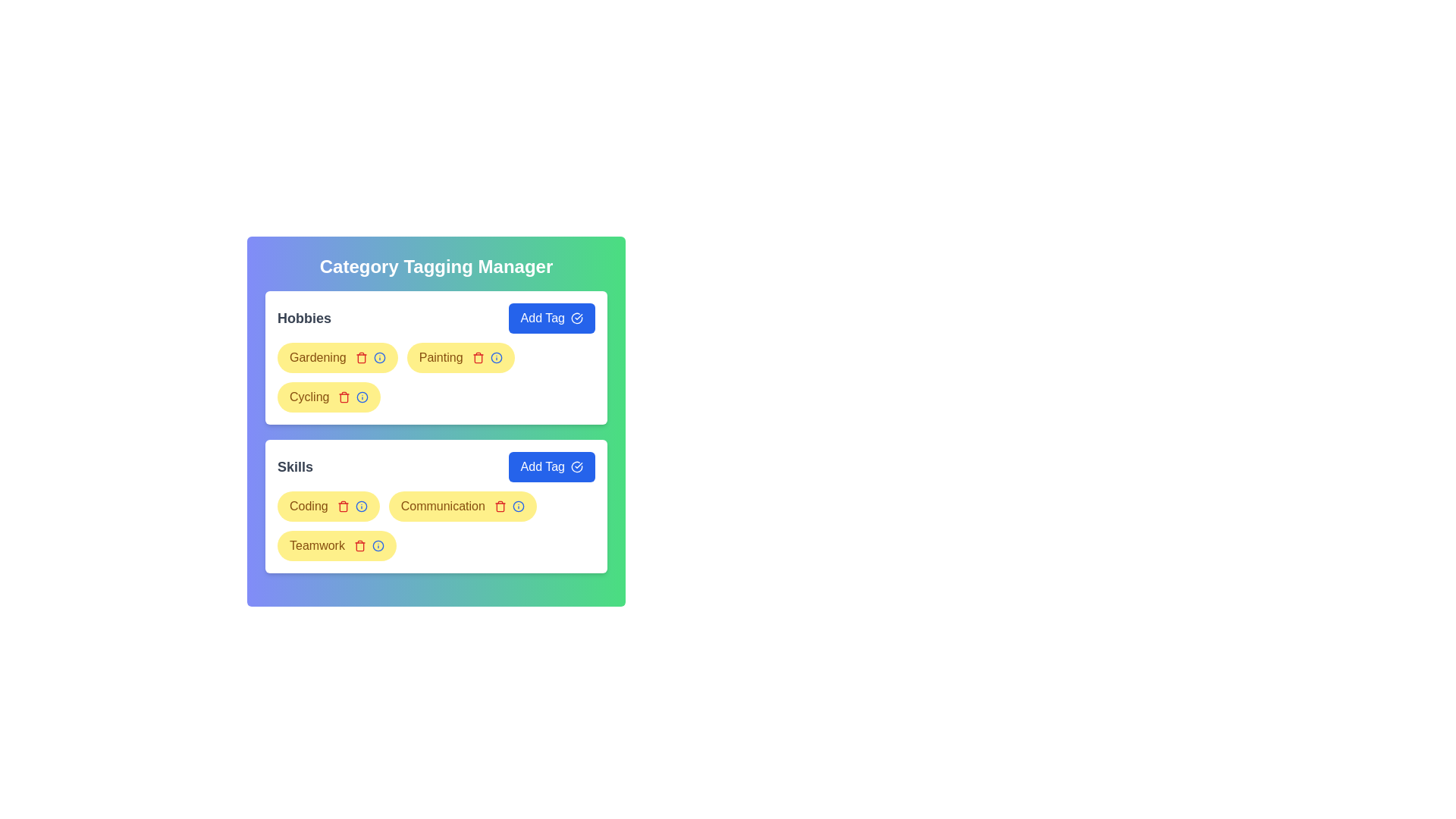  What do you see at coordinates (500, 506) in the screenshot?
I see `the red trash icon button, which is the second interactive icon within the 'Communication' tag in the 'Skills' section of the 'Category Tagging Manager' interface` at bounding box center [500, 506].